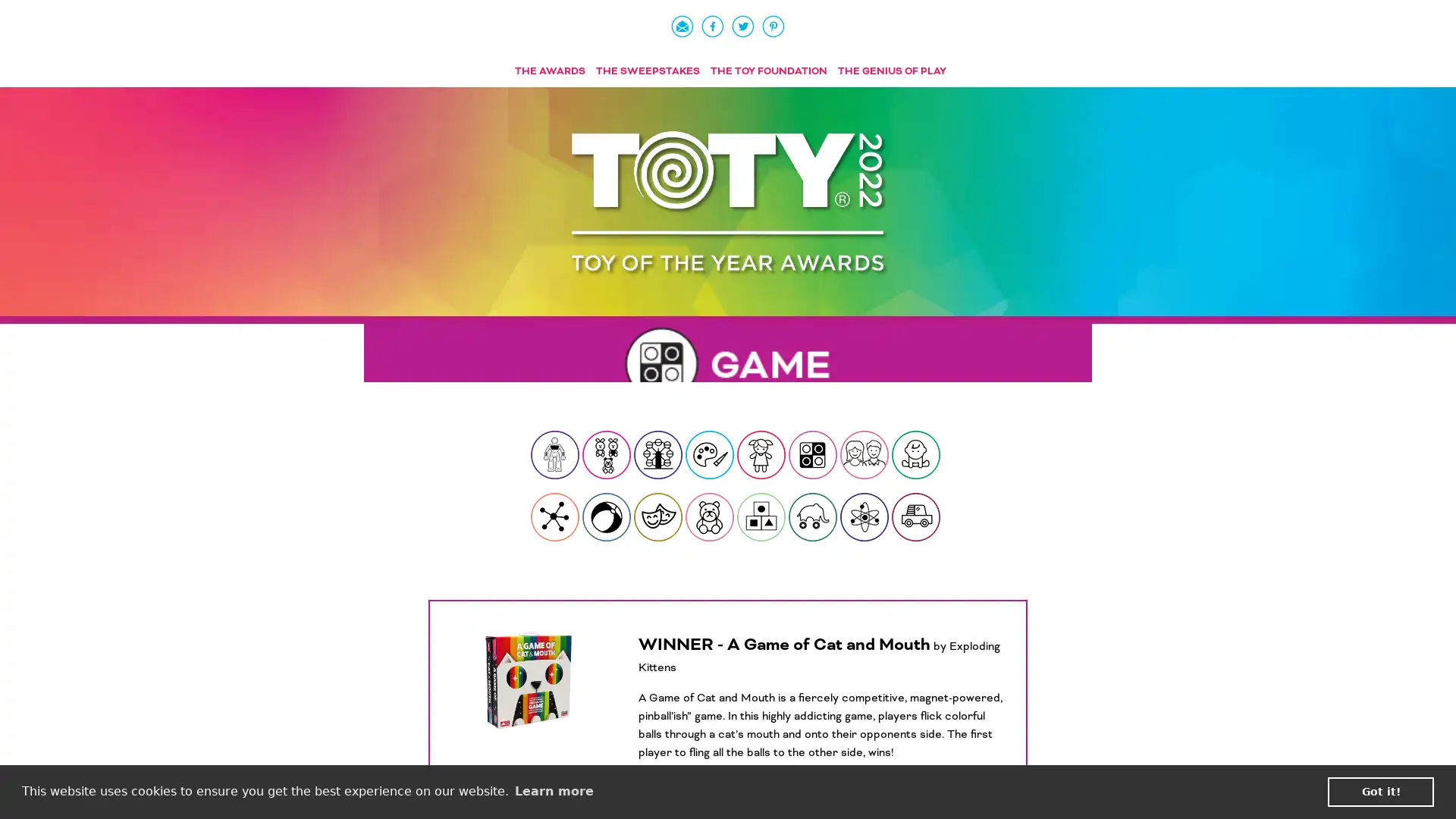 The image size is (1456, 819). What do you see at coordinates (761, 454) in the screenshot?
I see `Submit` at bounding box center [761, 454].